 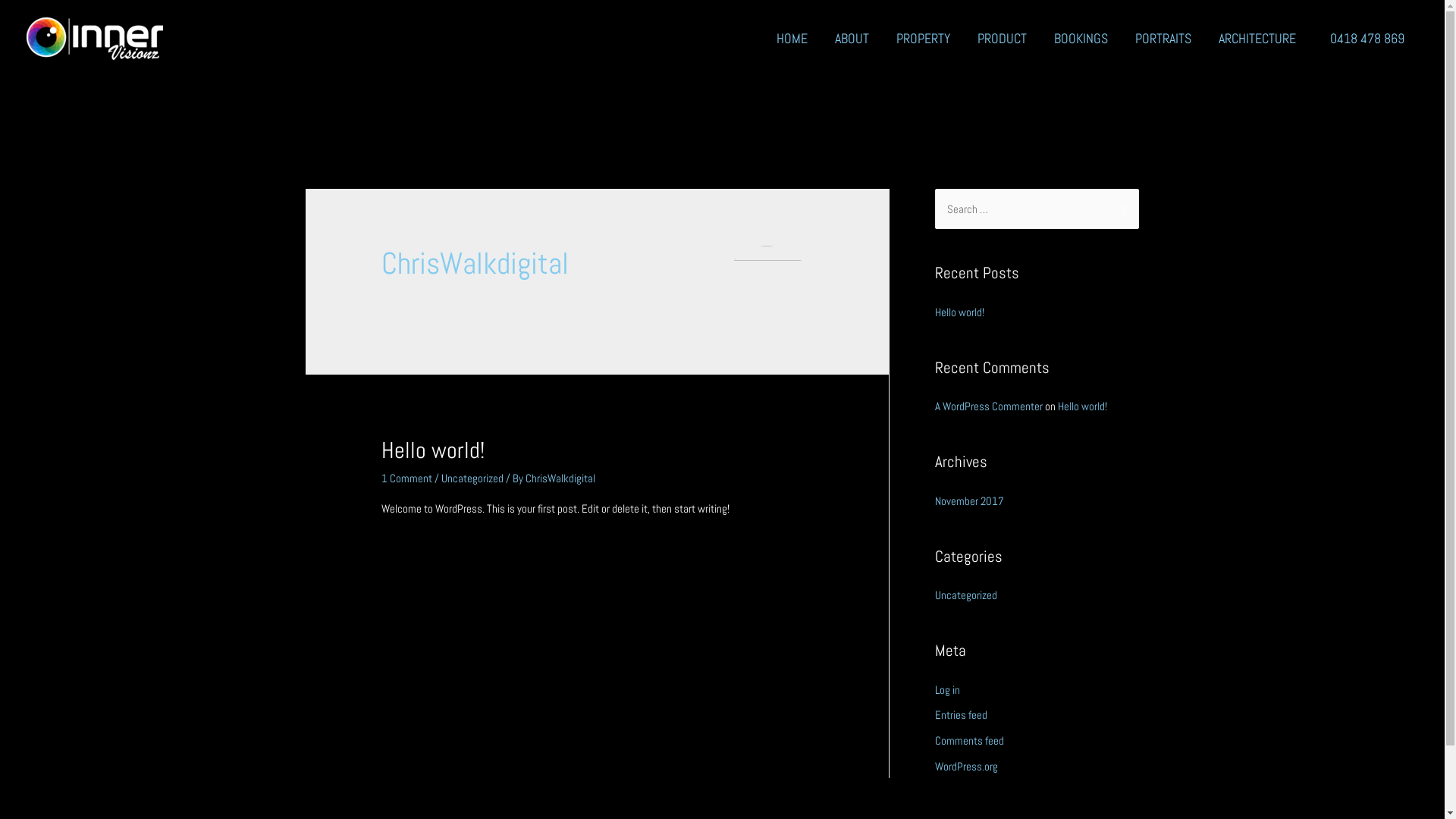 I want to click on 'November 2017', so click(x=968, y=500).